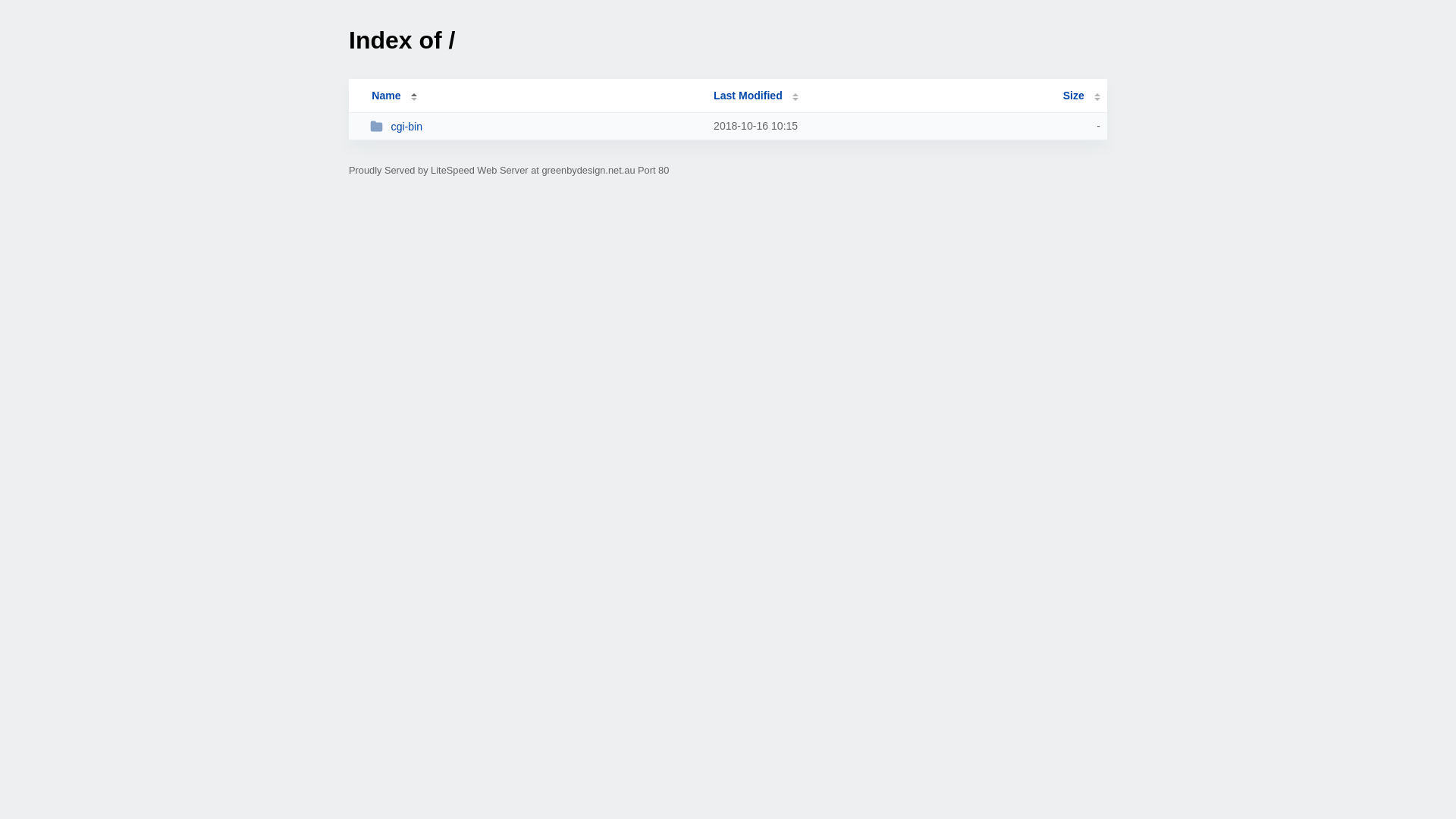 This screenshot has height=819, width=1456. What do you see at coordinates (385, 96) in the screenshot?
I see `'Name'` at bounding box center [385, 96].